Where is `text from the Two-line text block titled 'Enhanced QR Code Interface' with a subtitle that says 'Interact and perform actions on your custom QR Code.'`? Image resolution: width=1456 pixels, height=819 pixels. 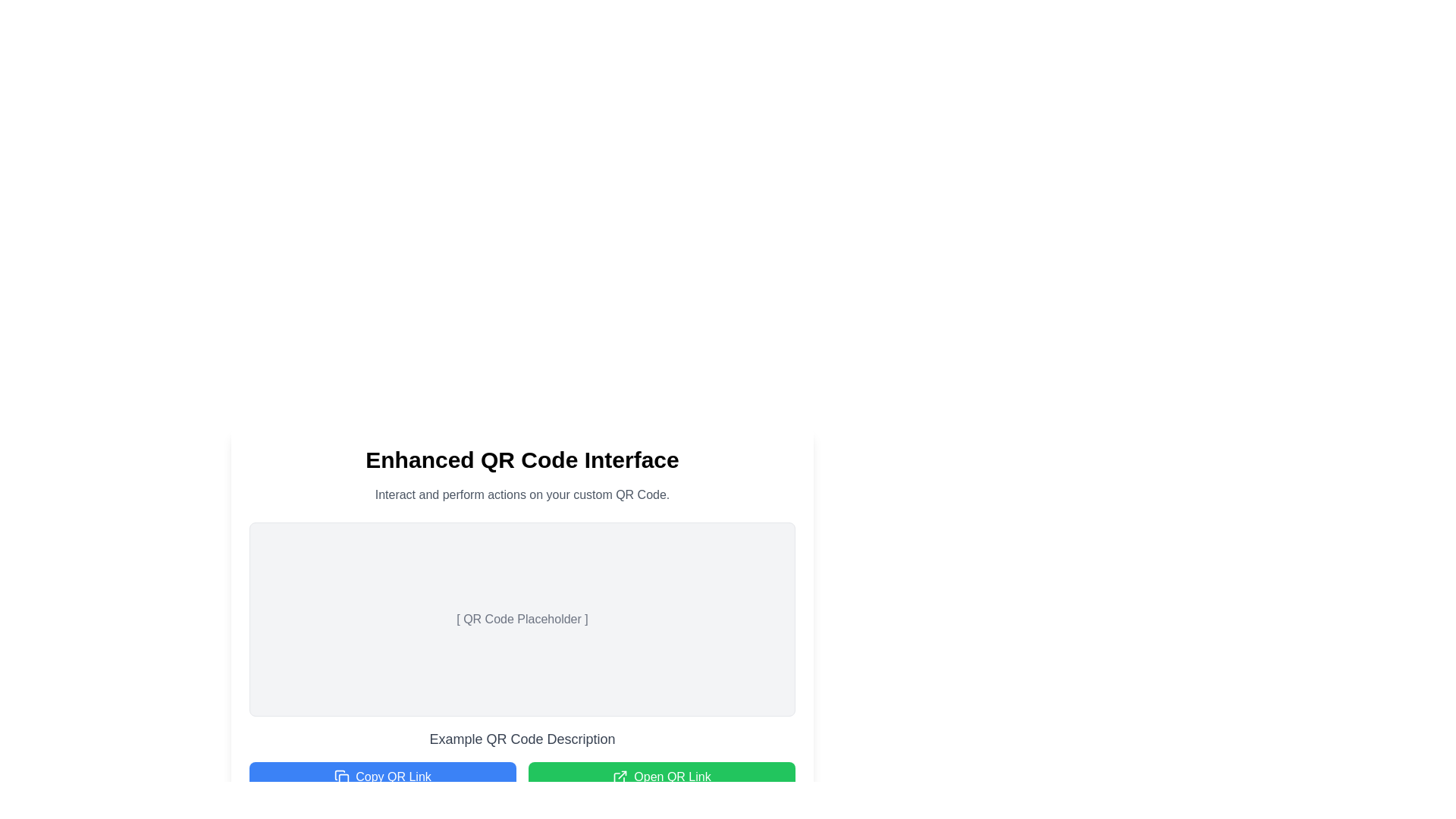 text from the Two-line text block titled 'Enhanced QR Code Interface' with a subtitle that says 'Interact and perform actions on your custom QR Code.' is located at coordinates (522, 475).